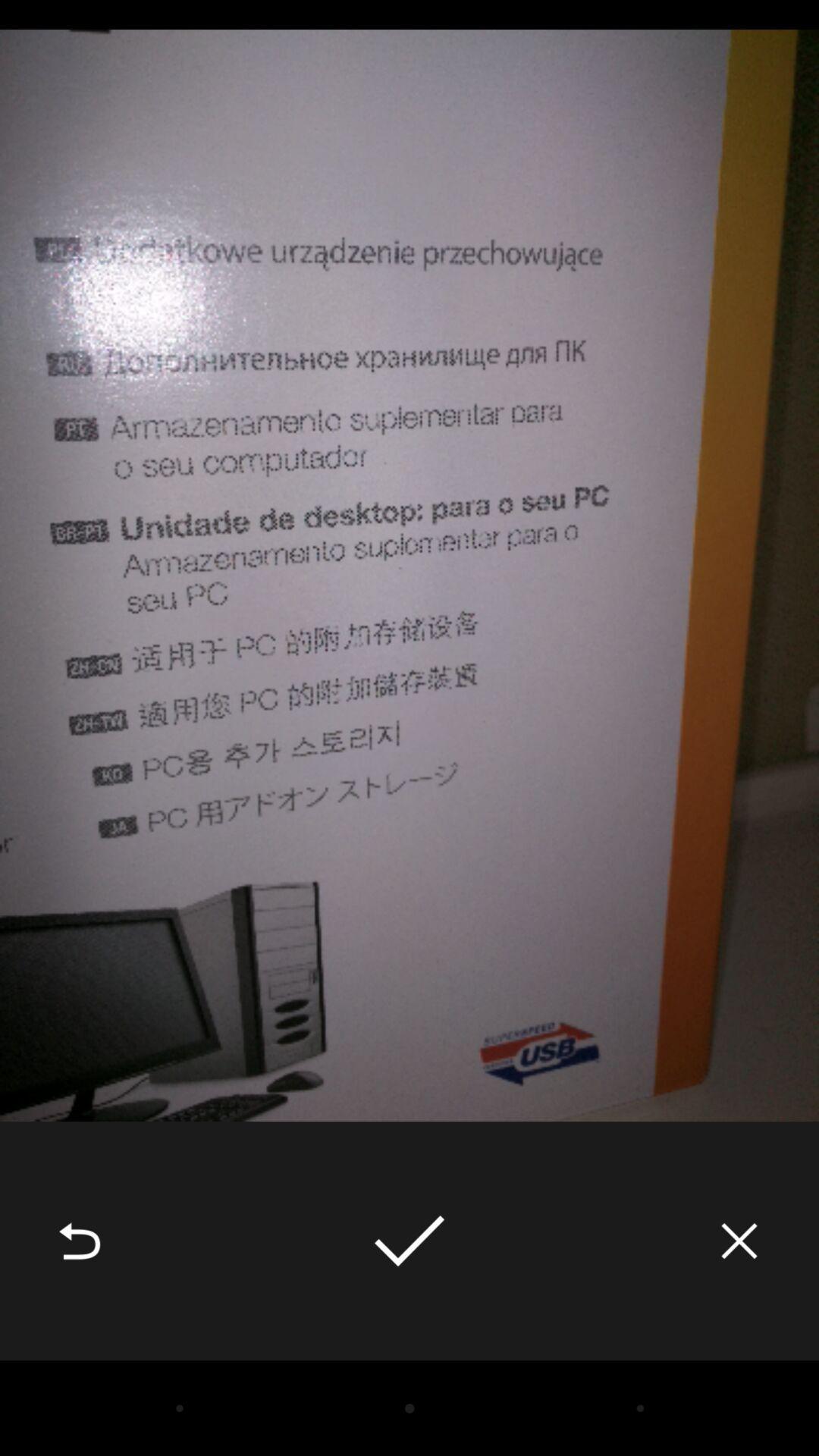 The height and width of the screenshot is (1456, 819). I want to click on the item at the bottom right corner, so click(739, 1241).